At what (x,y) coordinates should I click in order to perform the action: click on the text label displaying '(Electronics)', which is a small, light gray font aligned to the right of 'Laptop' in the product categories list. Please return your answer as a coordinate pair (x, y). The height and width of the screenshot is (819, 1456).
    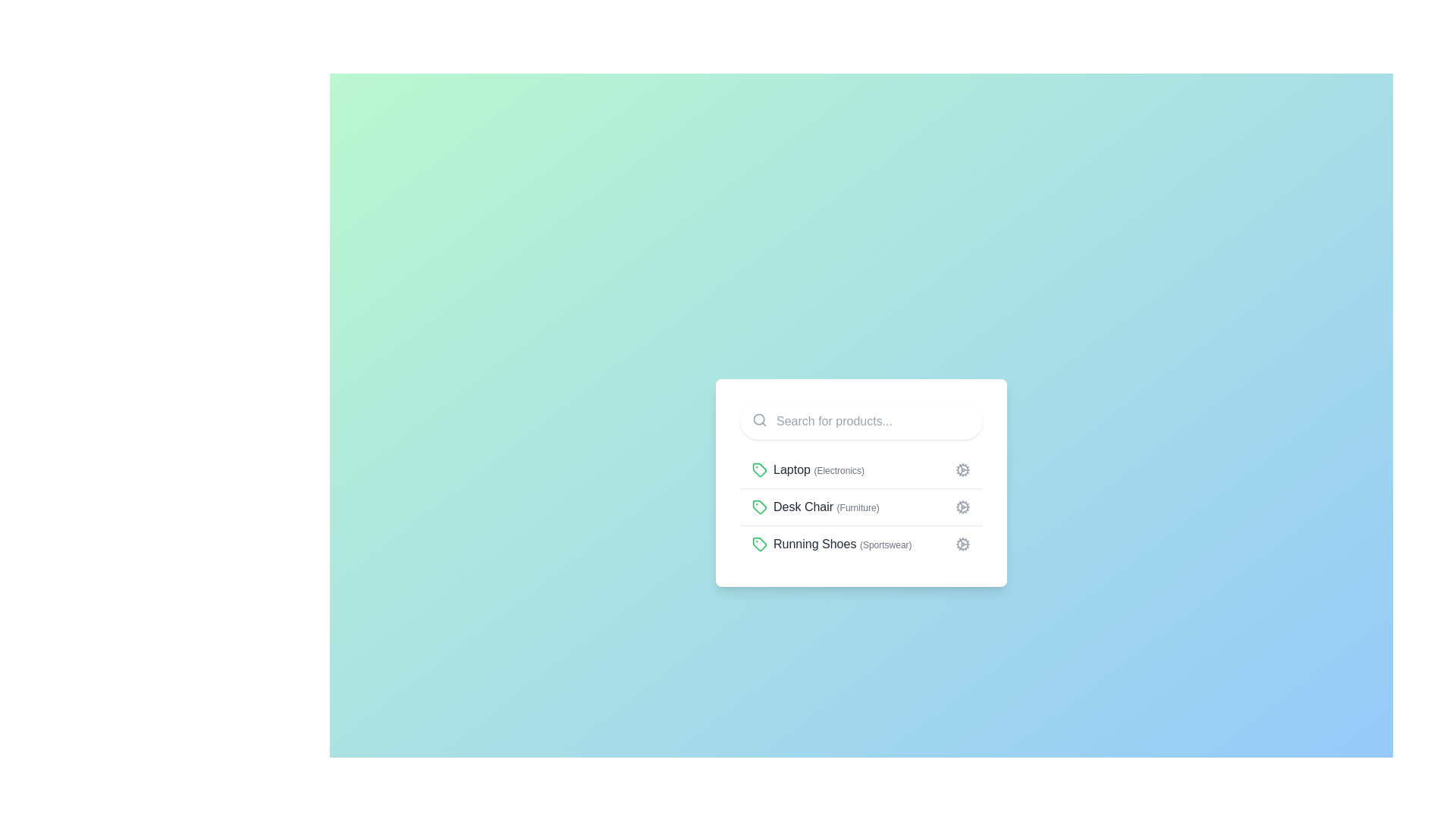
    Looking at the image, I should click on (838, 470).